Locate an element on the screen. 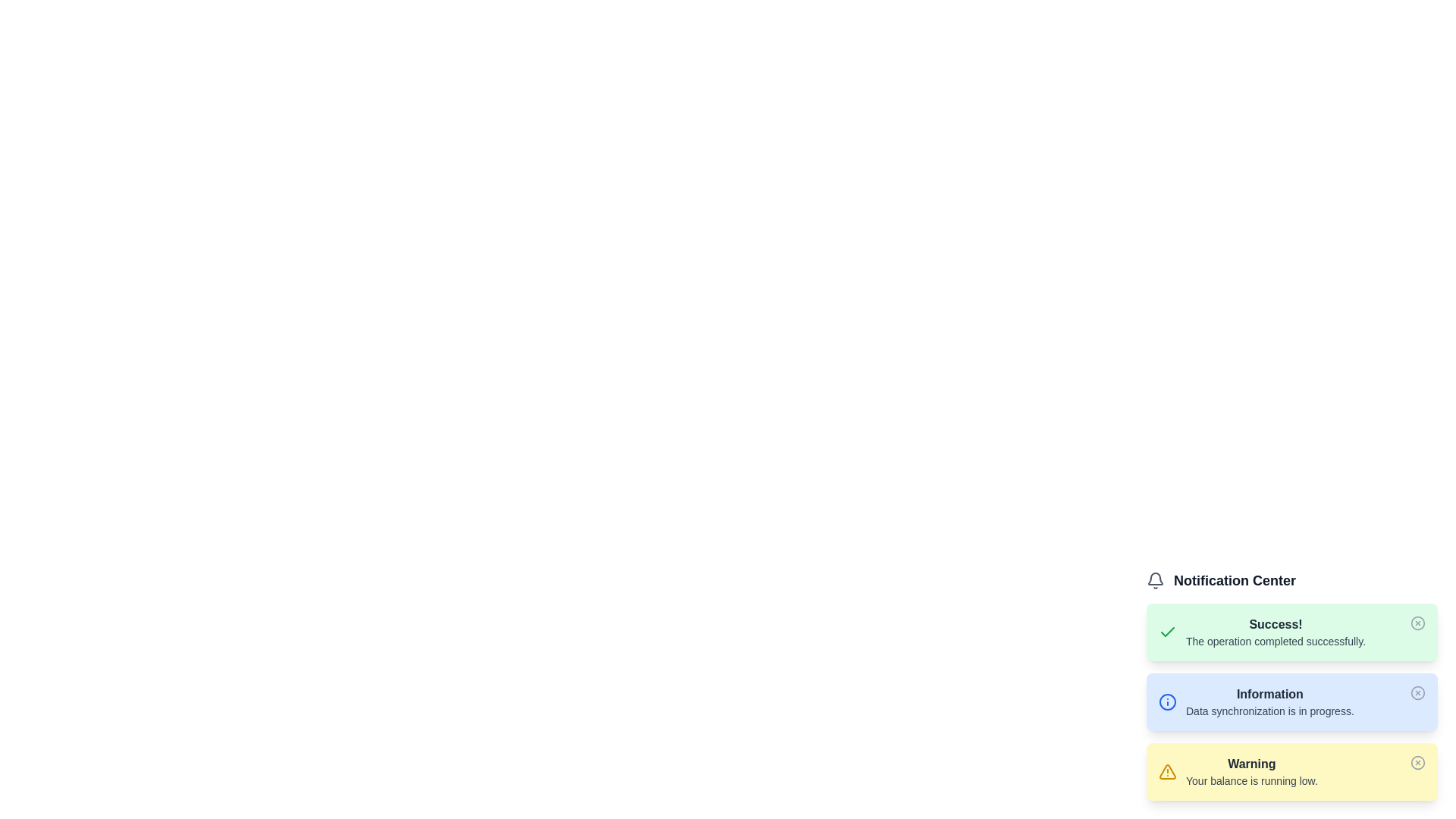 The height and width of the screenshot is (819, 1456). the text label that displays the notification message 'Success! The operation completed successfully.' which is styled with a bold dark gray title and a lighter gray subtitle, located in the Notification Center within the green notification card is located at coordinates (1275, 632).